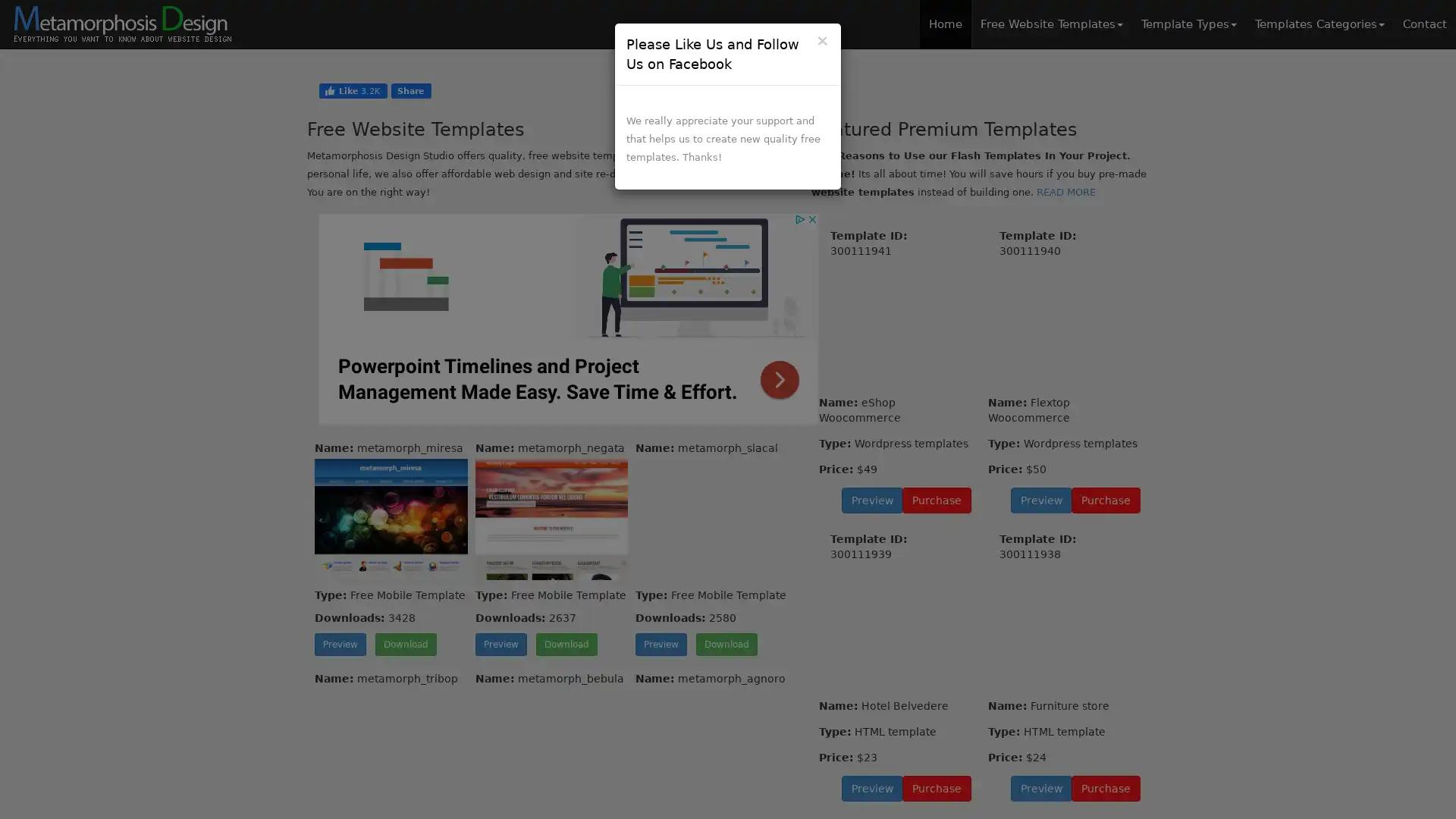  Describe the element at coordinates (821, 40) in the screenshot. I see `Close` at that location.